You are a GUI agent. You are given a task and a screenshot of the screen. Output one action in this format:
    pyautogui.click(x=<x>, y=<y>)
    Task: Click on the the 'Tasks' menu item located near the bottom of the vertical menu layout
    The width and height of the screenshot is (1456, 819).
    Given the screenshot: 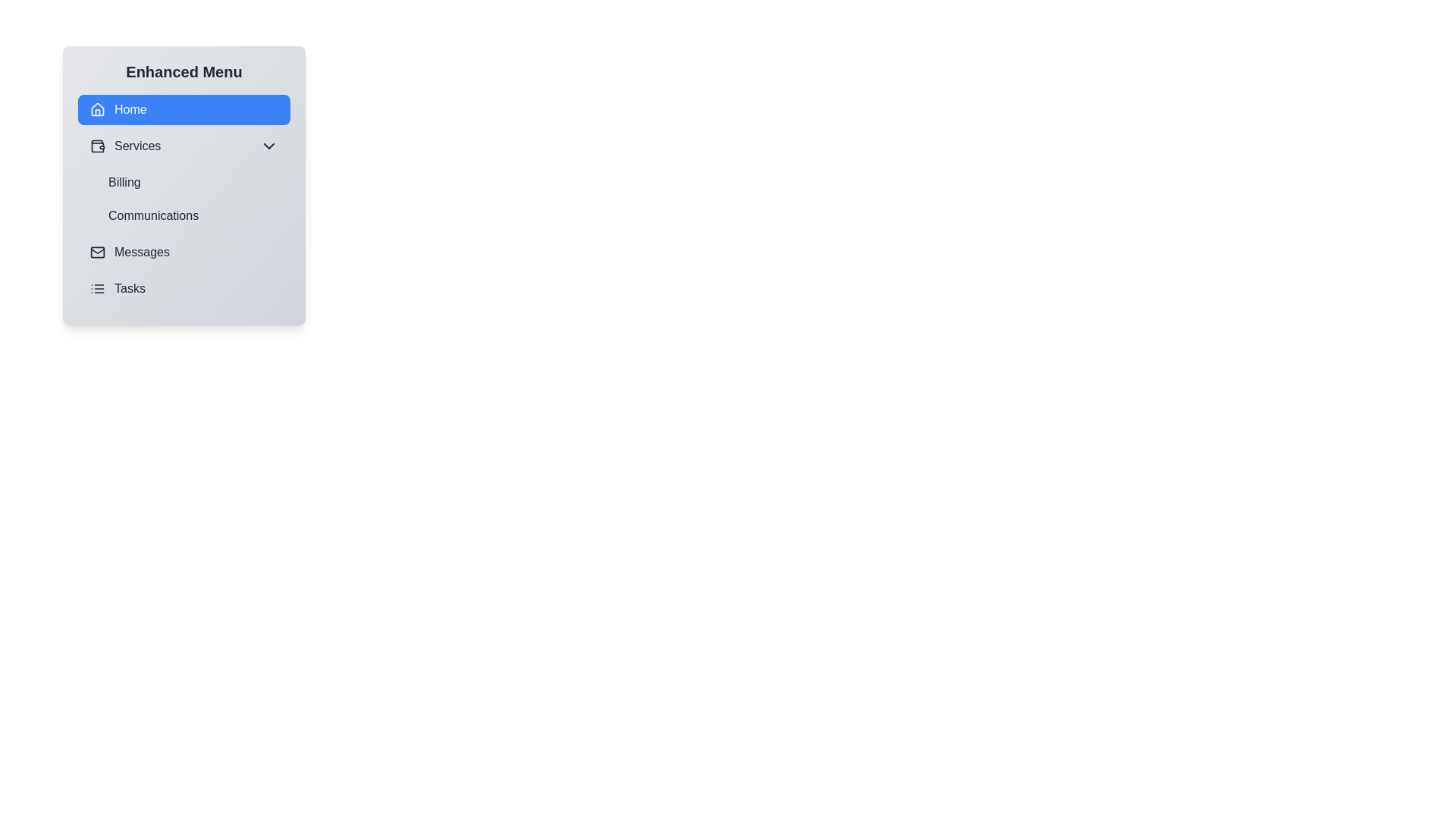 What is the action you would take?
    pyautogui.click(x=116, y=289)
    